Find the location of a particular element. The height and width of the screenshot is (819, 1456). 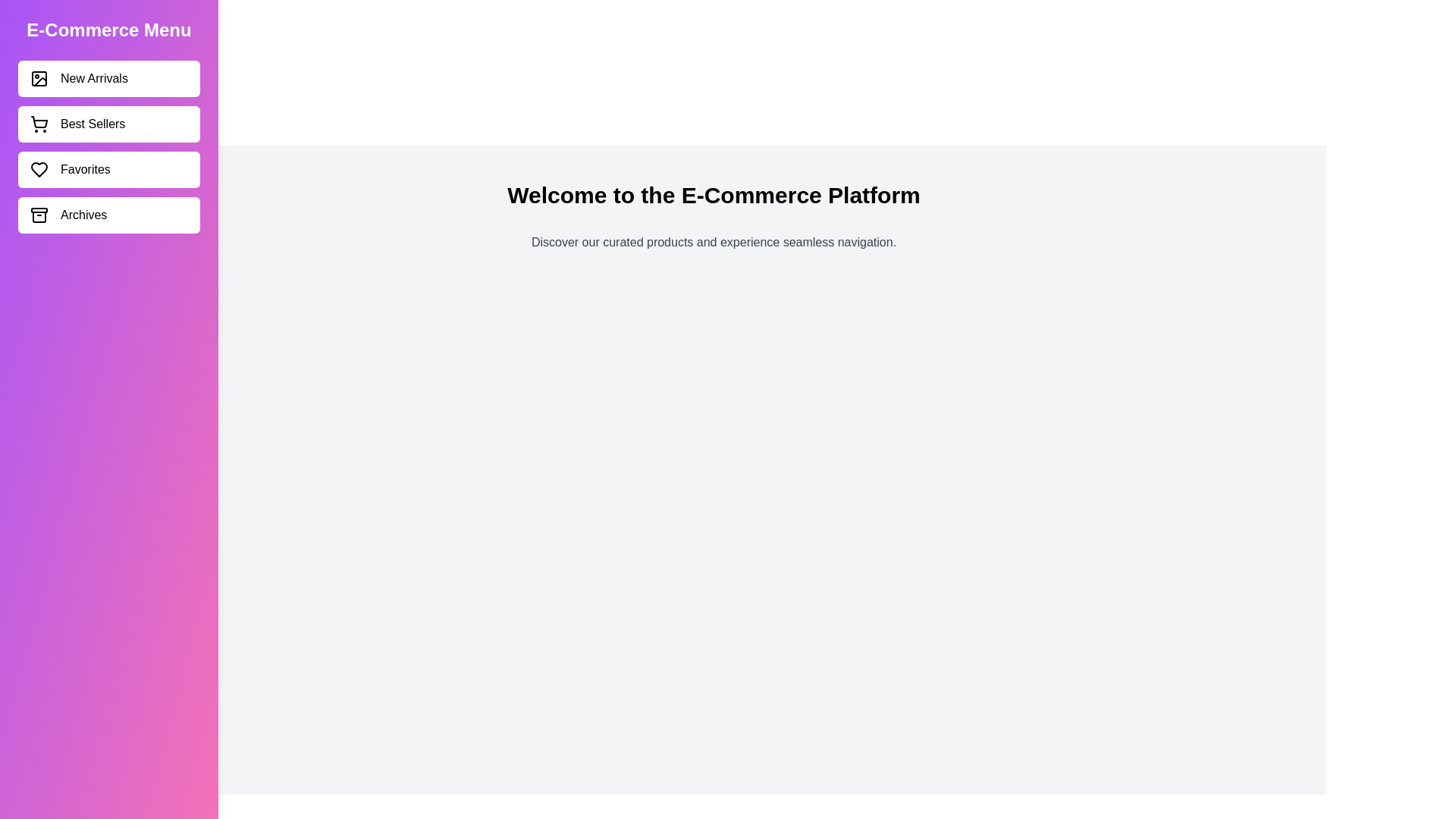

the icon corresponding to Best Sellers in the sidebar is located at coordinates (39, 124).